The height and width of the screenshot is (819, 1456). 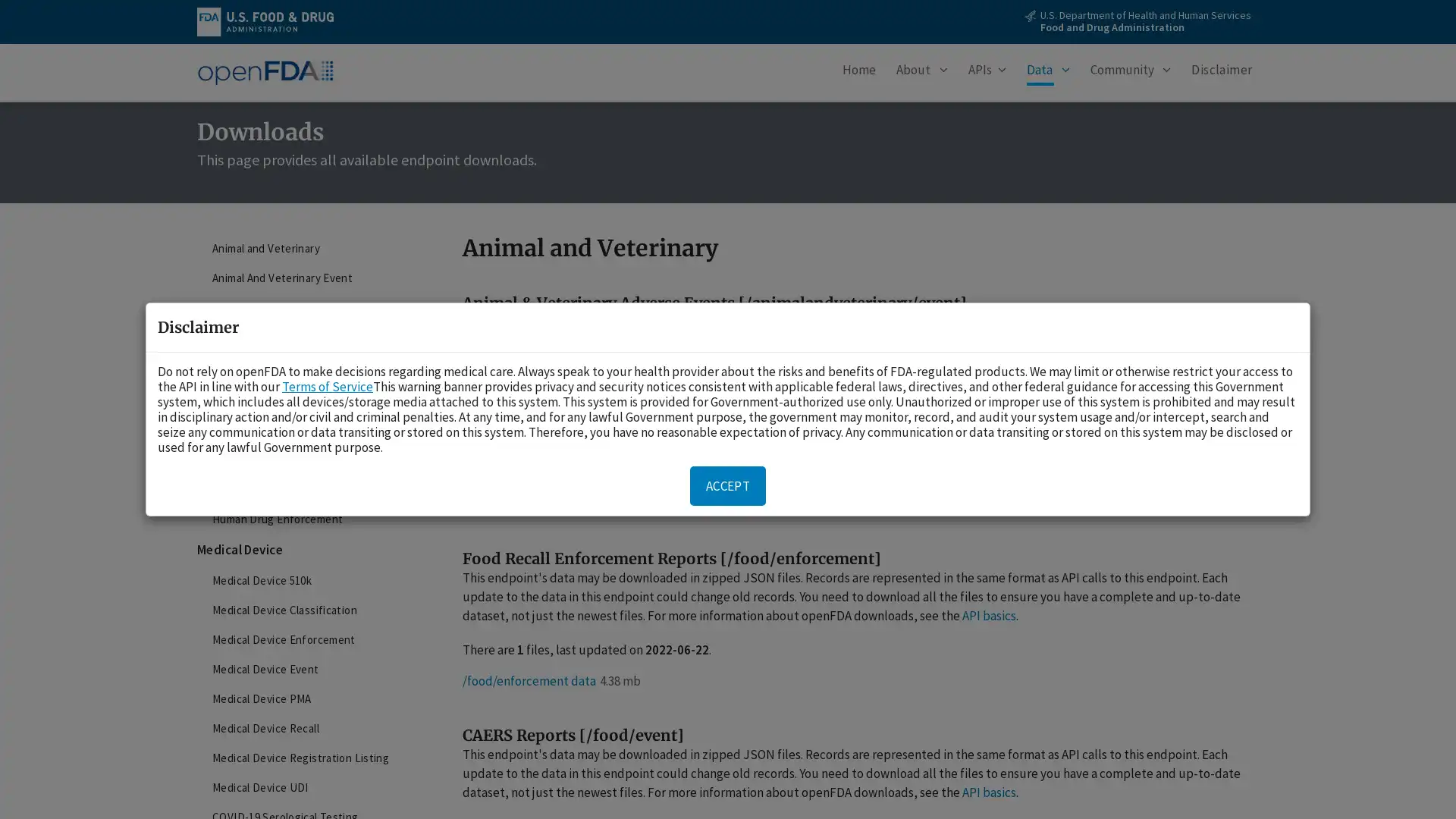 What do you see at coordinates (309, 430) in the screenshot?
I see `Human Drug Event` at bounding box center [309, 430].